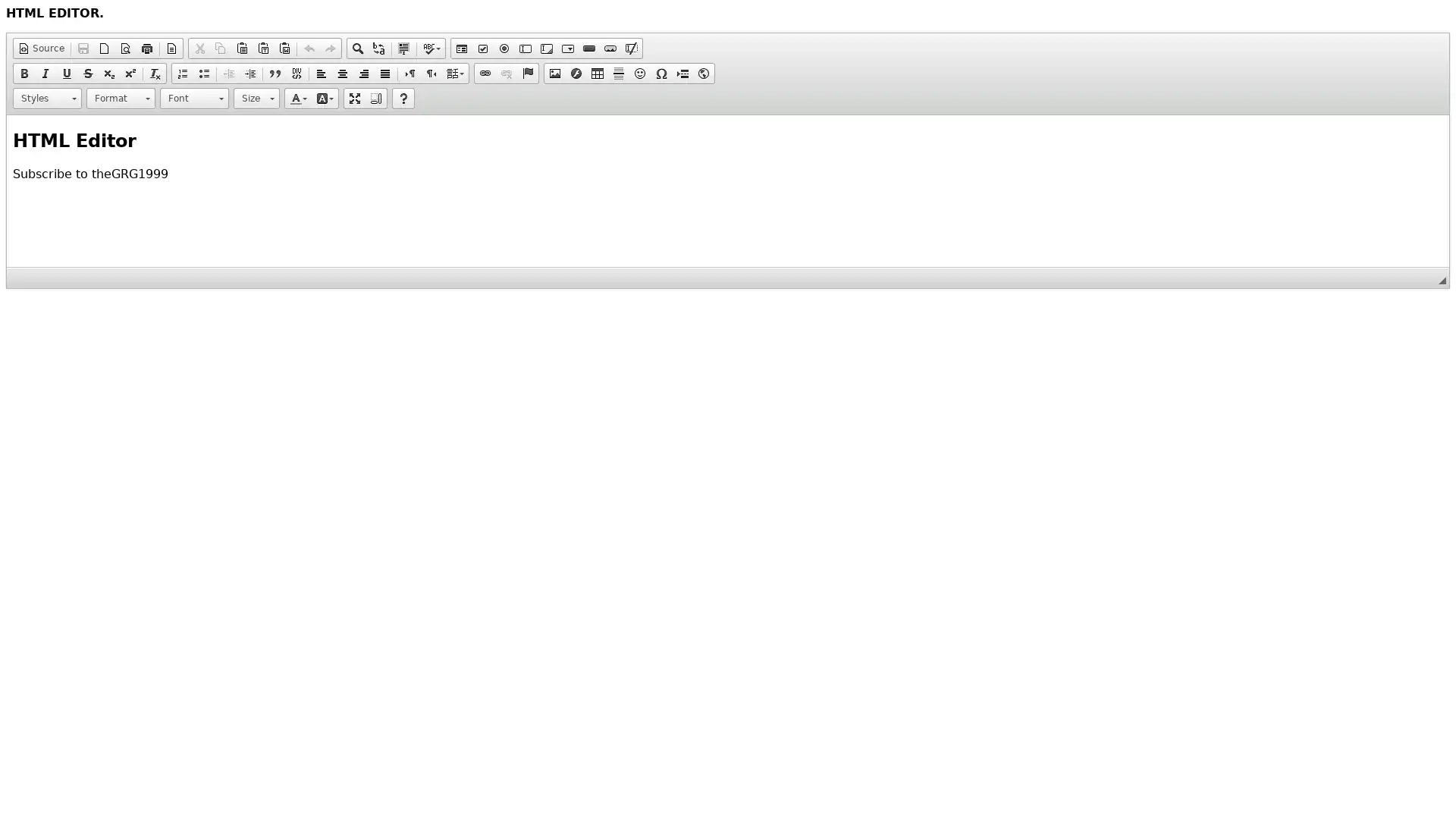 The image size is (1456, 819). I want to click on Insert Horizontal Line, so click(619, 73).